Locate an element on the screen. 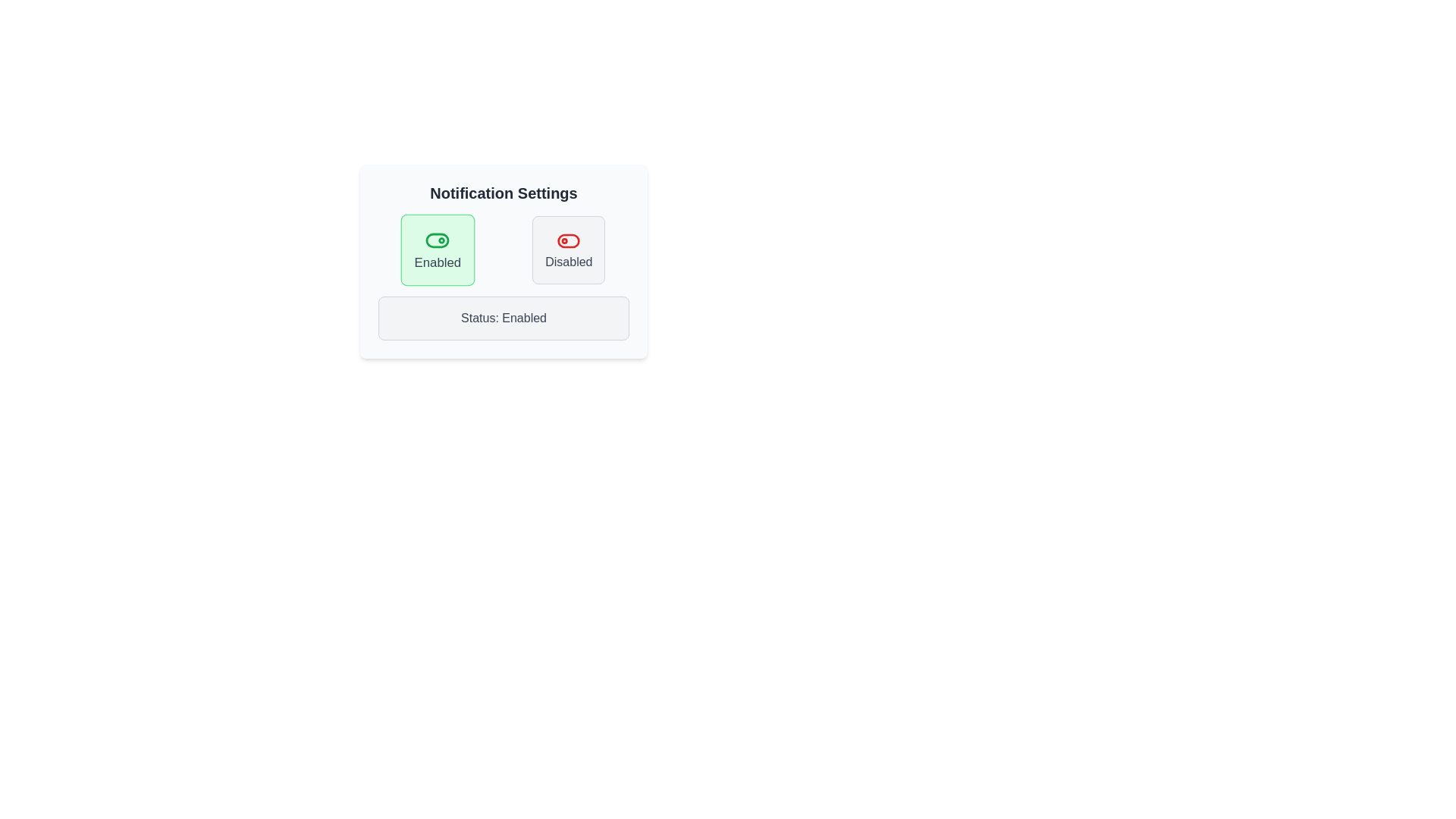  the disabled toggle switch icon with red styling located in the right section of the 'Disabled' card under 'Notification Settings' is located at coordinates (568, 240).